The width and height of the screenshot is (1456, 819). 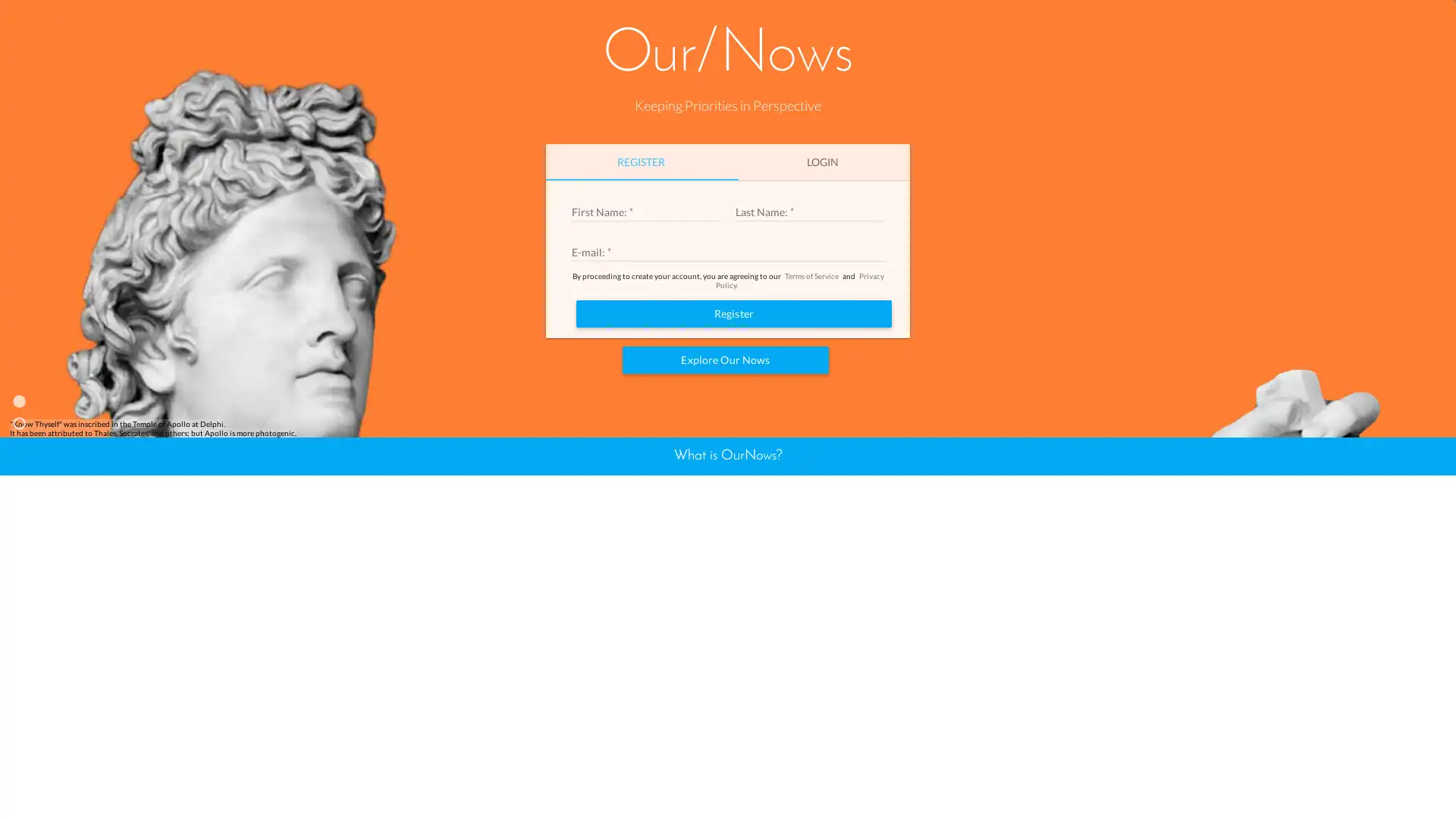 I want to click on Register, so click(x=734, y=485).